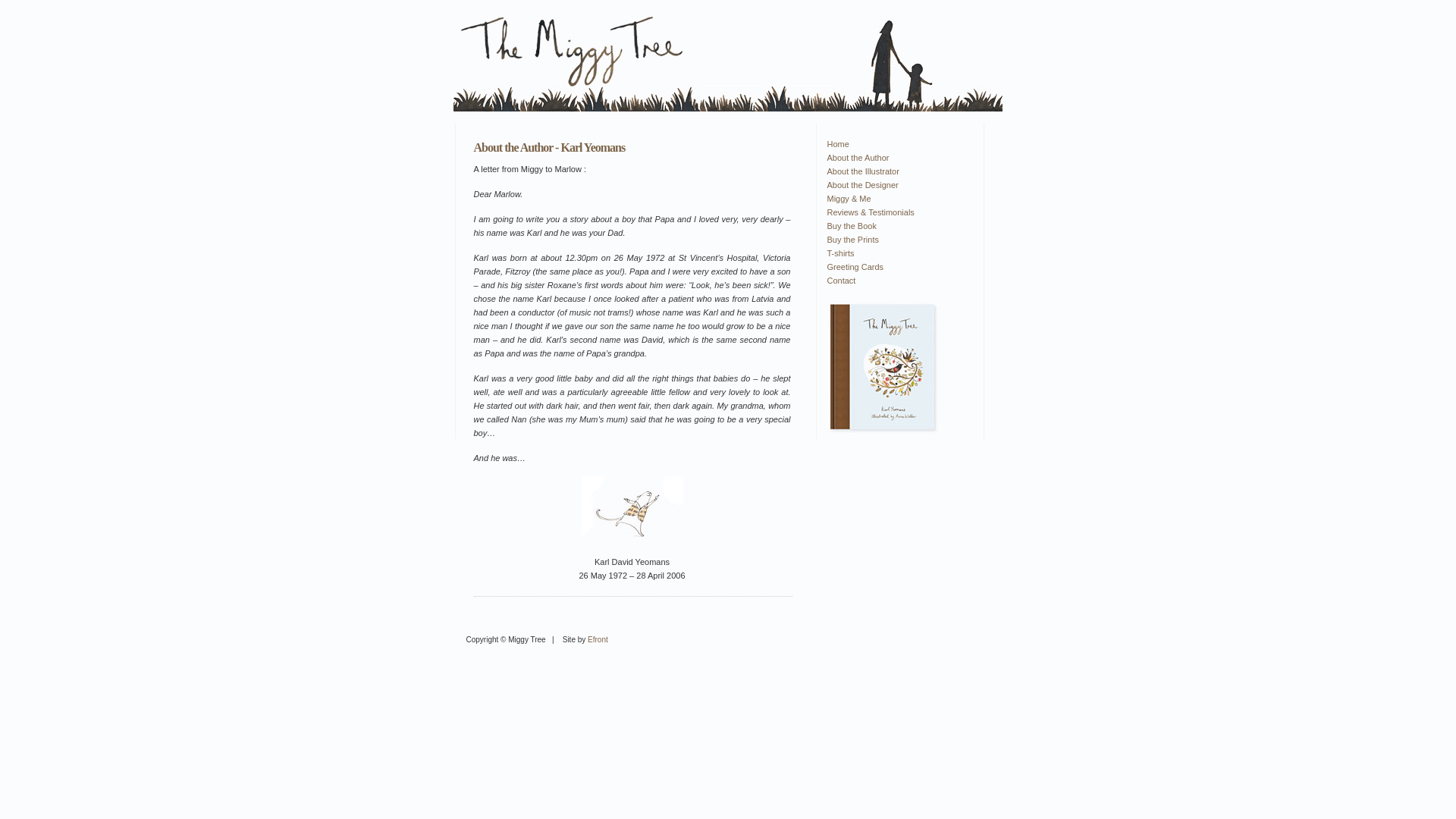 The image size is (1456, 819). What do you see at coordinates (597, 639) in the screenshot?
I see `'Efront'` at bounding box center [597, 639].